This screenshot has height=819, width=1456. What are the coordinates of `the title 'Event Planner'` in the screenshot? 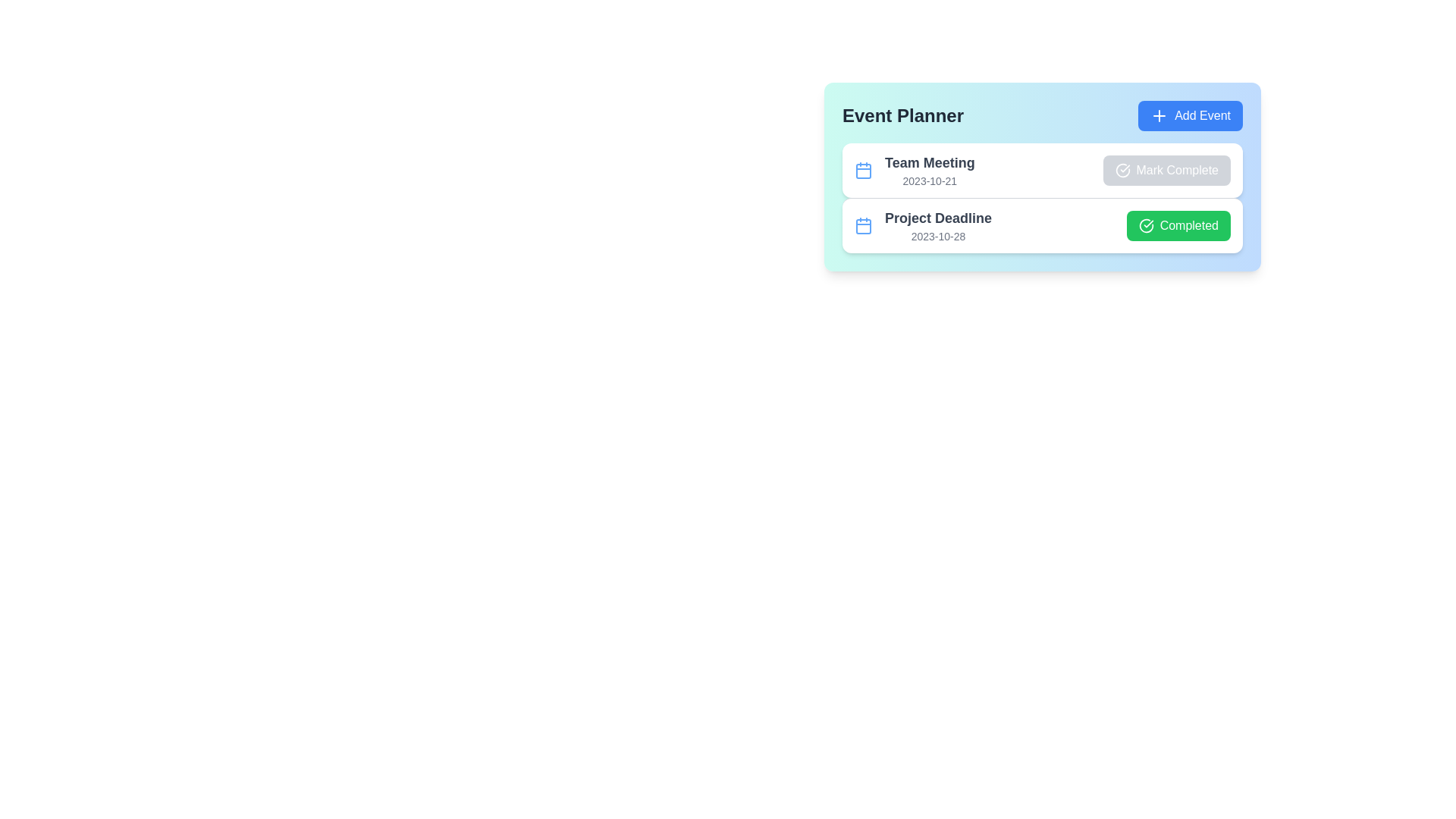 It's located at (902, 115).